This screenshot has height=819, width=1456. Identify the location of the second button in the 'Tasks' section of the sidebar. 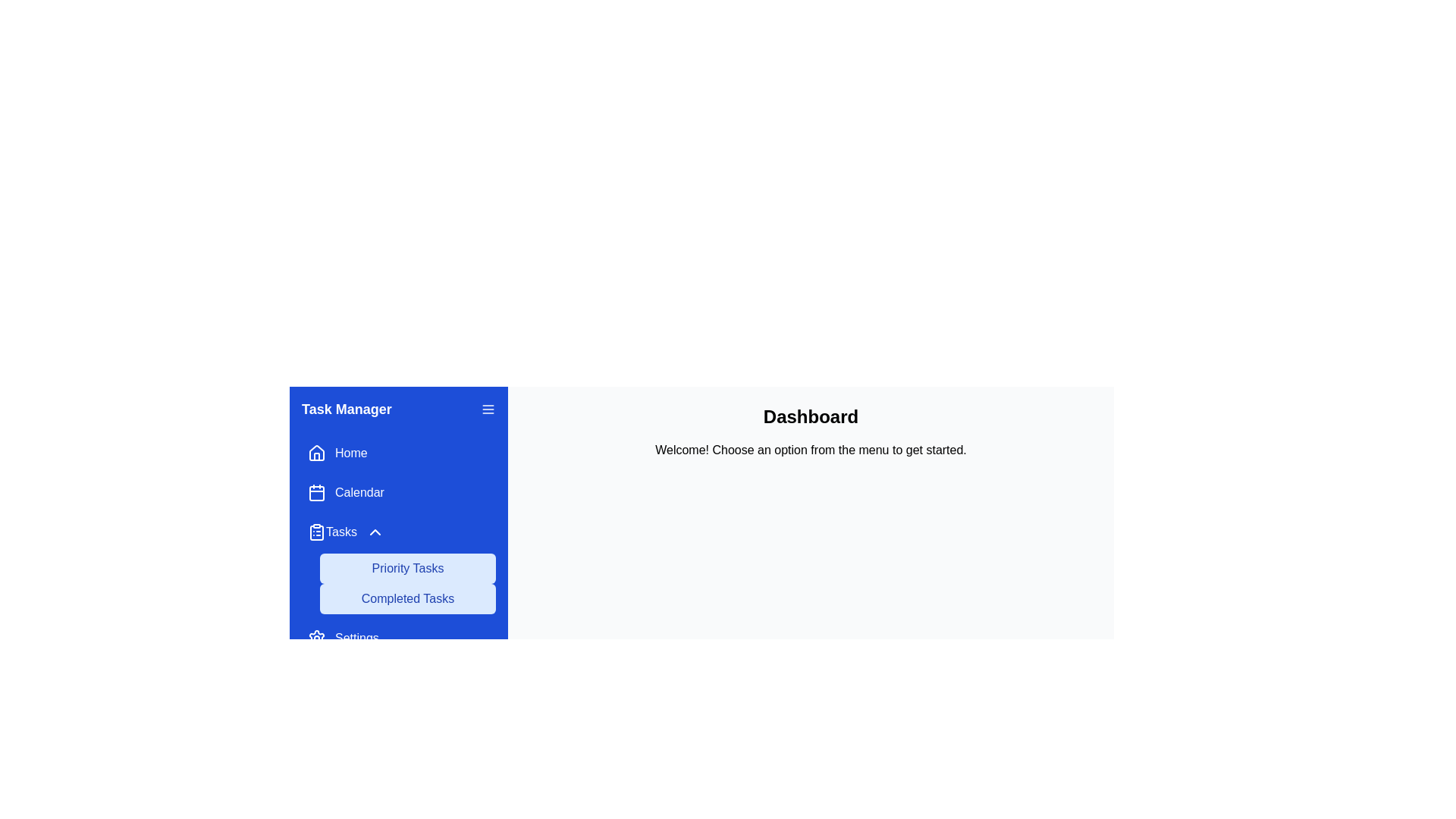
(407, 598).